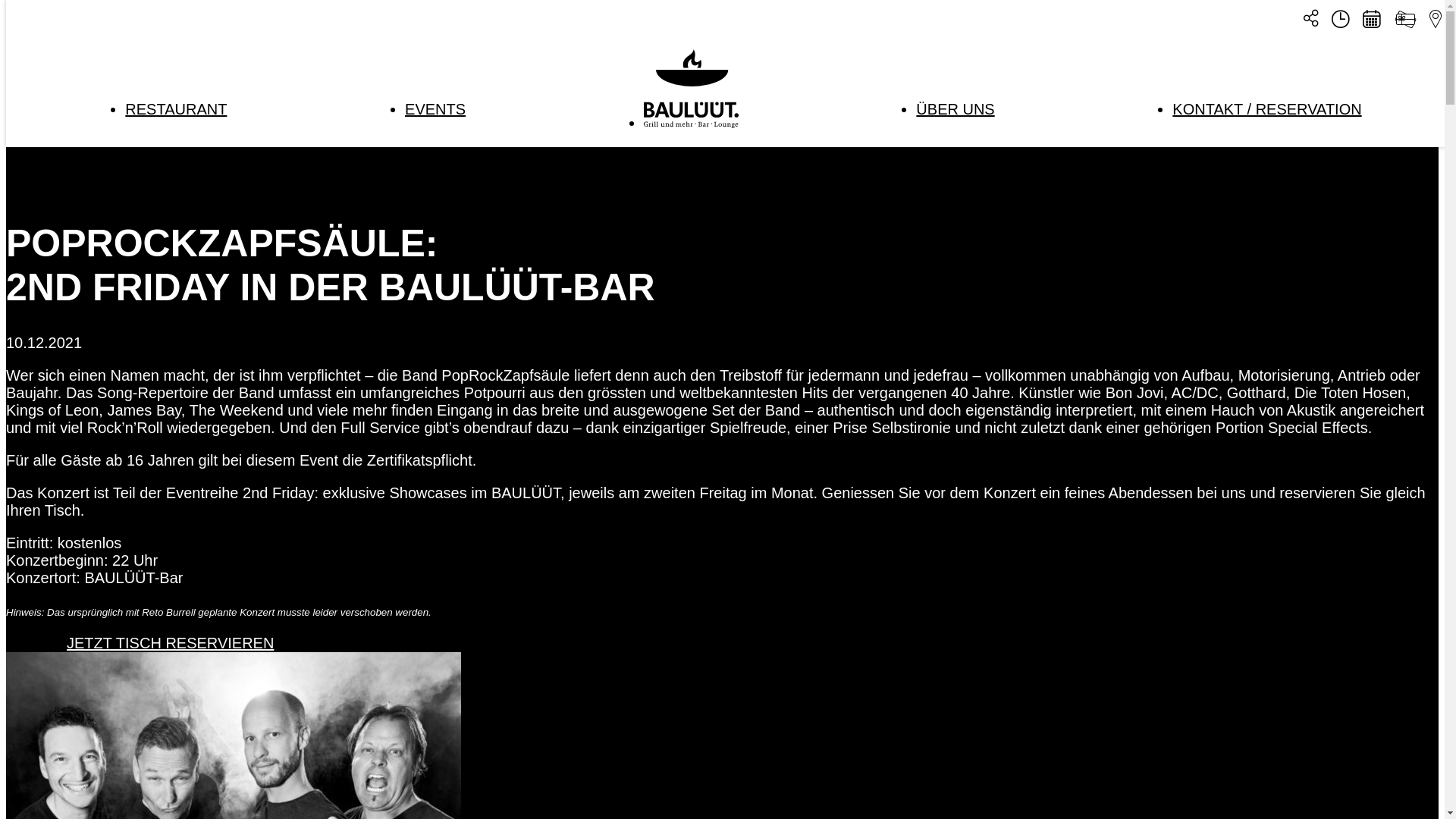 The width and height of the screenshot is (1456, 819). I want to click on 'KONTAKT / RESERVATION', so click(1266, 108).